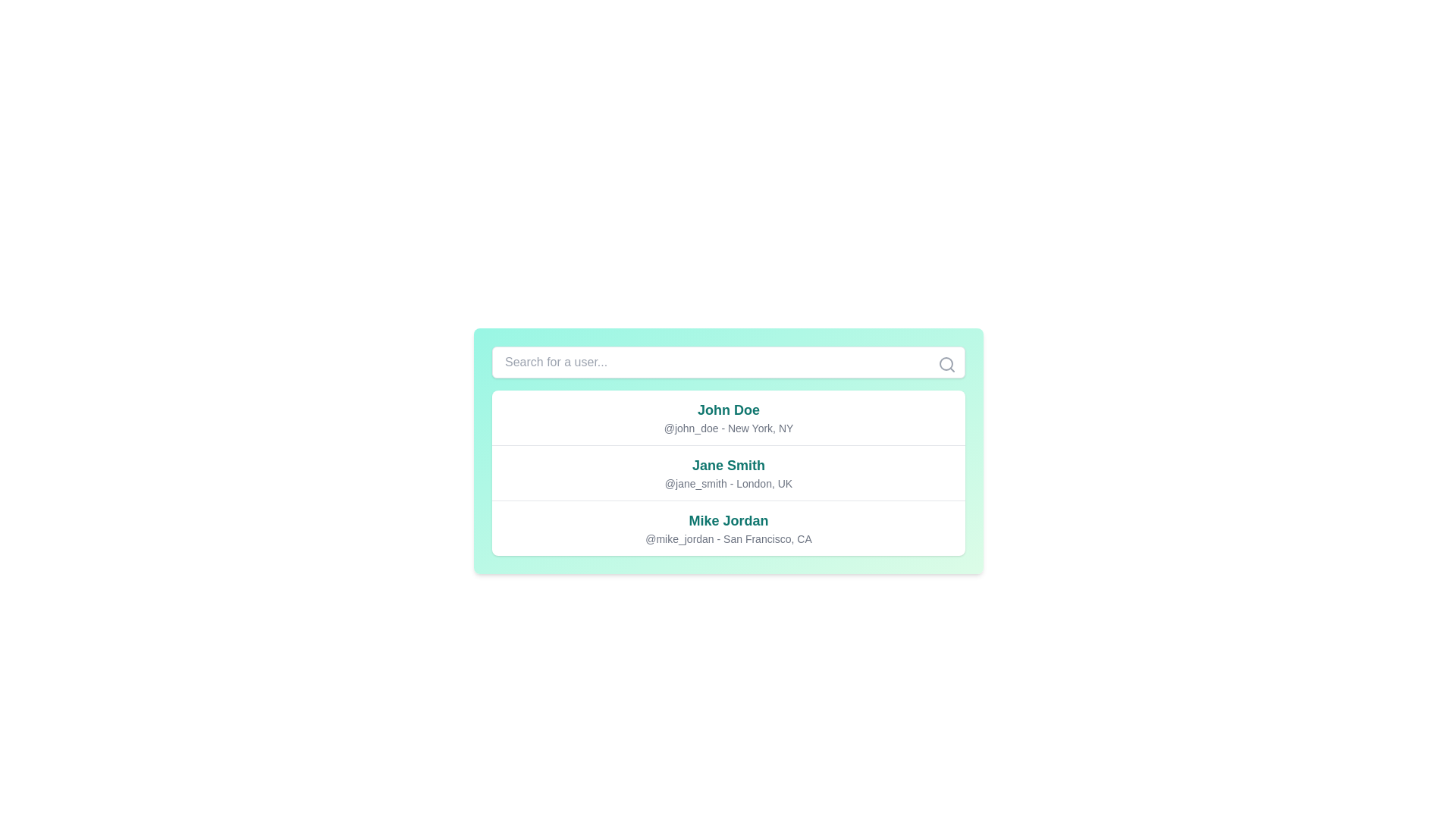 The height and width of the screenshot is (819, 1456). Describe the element at coordinates (728, 418) in the screenshot. I see `the first list item displaying the user's name 'John Doe' to activate the hover effect` at that location.